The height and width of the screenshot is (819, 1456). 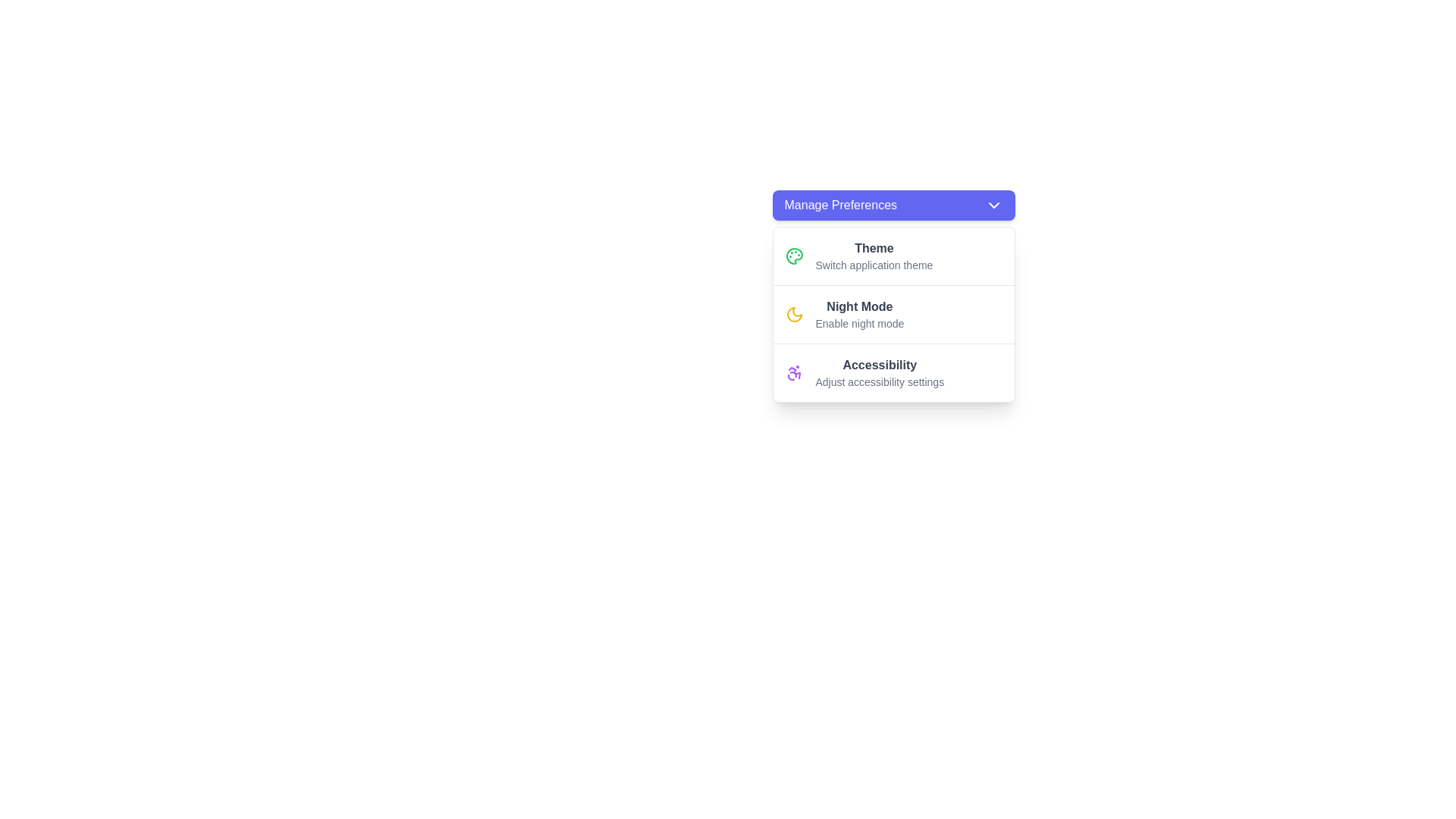 What do you see at coordinates (874, 265) in the screenshot?
I see `the descriptive text label that explains the purpose of the 'Theme' option located directly below the 'Theme' label in the dropdown menu` at bounding box center [874, 265].